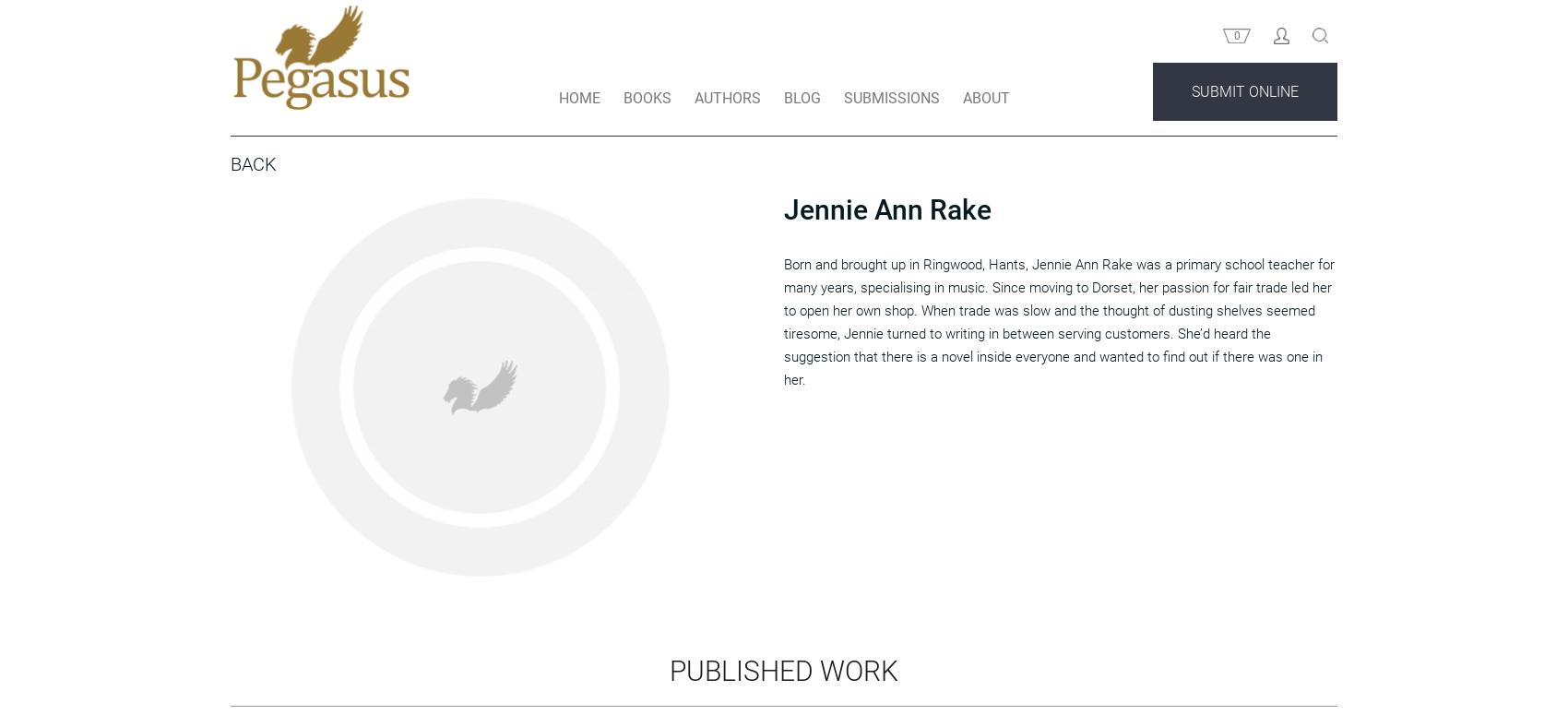 This screenshot has height=715, width=1568. What do you see at coordinates (889, 132) in the screenshot?
I see `'SUBMISSIONS'` at bounding box center [889, 132].